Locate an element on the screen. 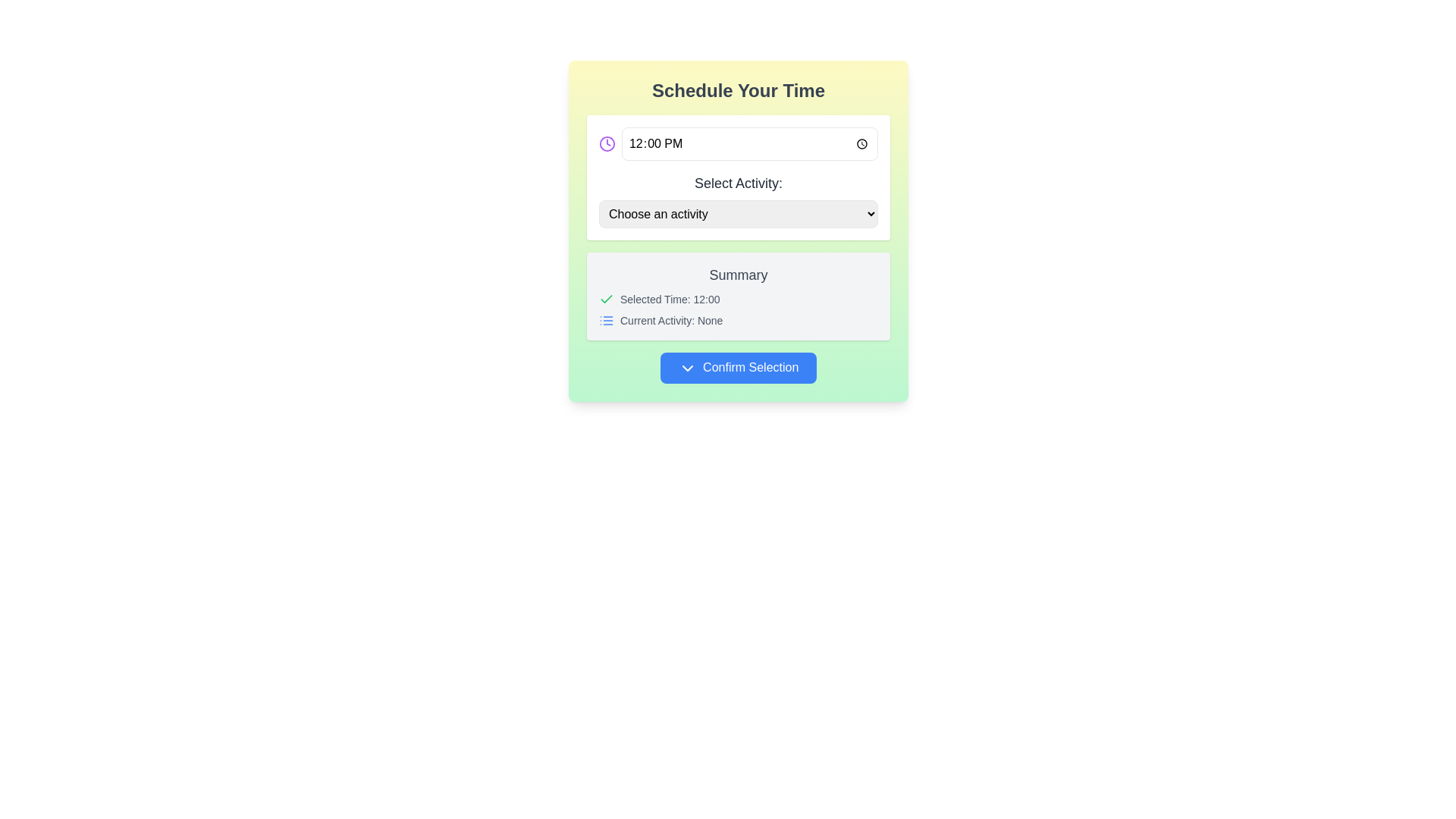 The image size is (1456, 819). the blue list icon located in the summary section, positioned to the left of the text 'Current Activity: None.' is located at coordinates (607, 320).